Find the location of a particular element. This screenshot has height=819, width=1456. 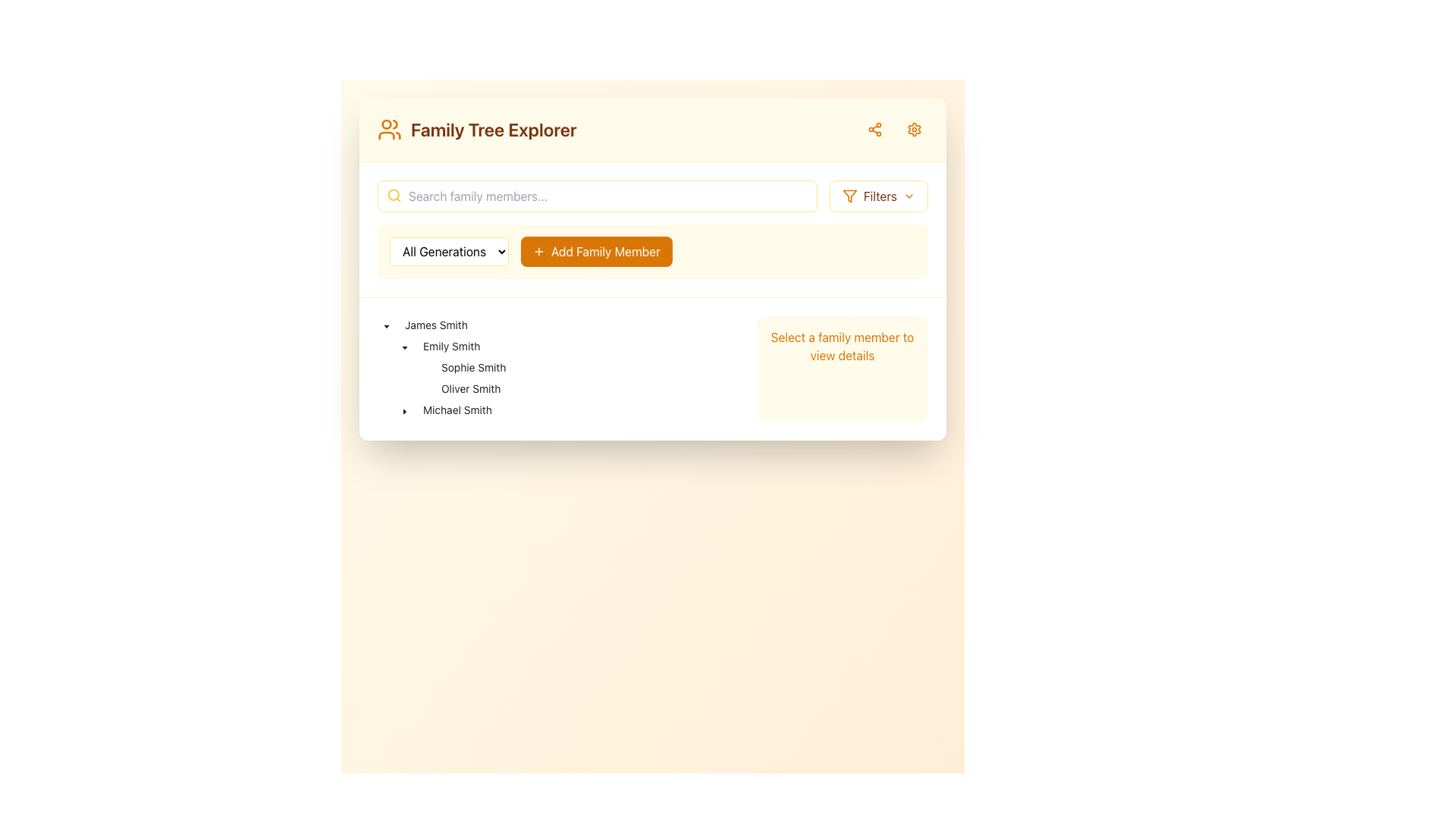

the triangular icon to the left of the text 'Michael Smith' is located at coordinates (404, 409).